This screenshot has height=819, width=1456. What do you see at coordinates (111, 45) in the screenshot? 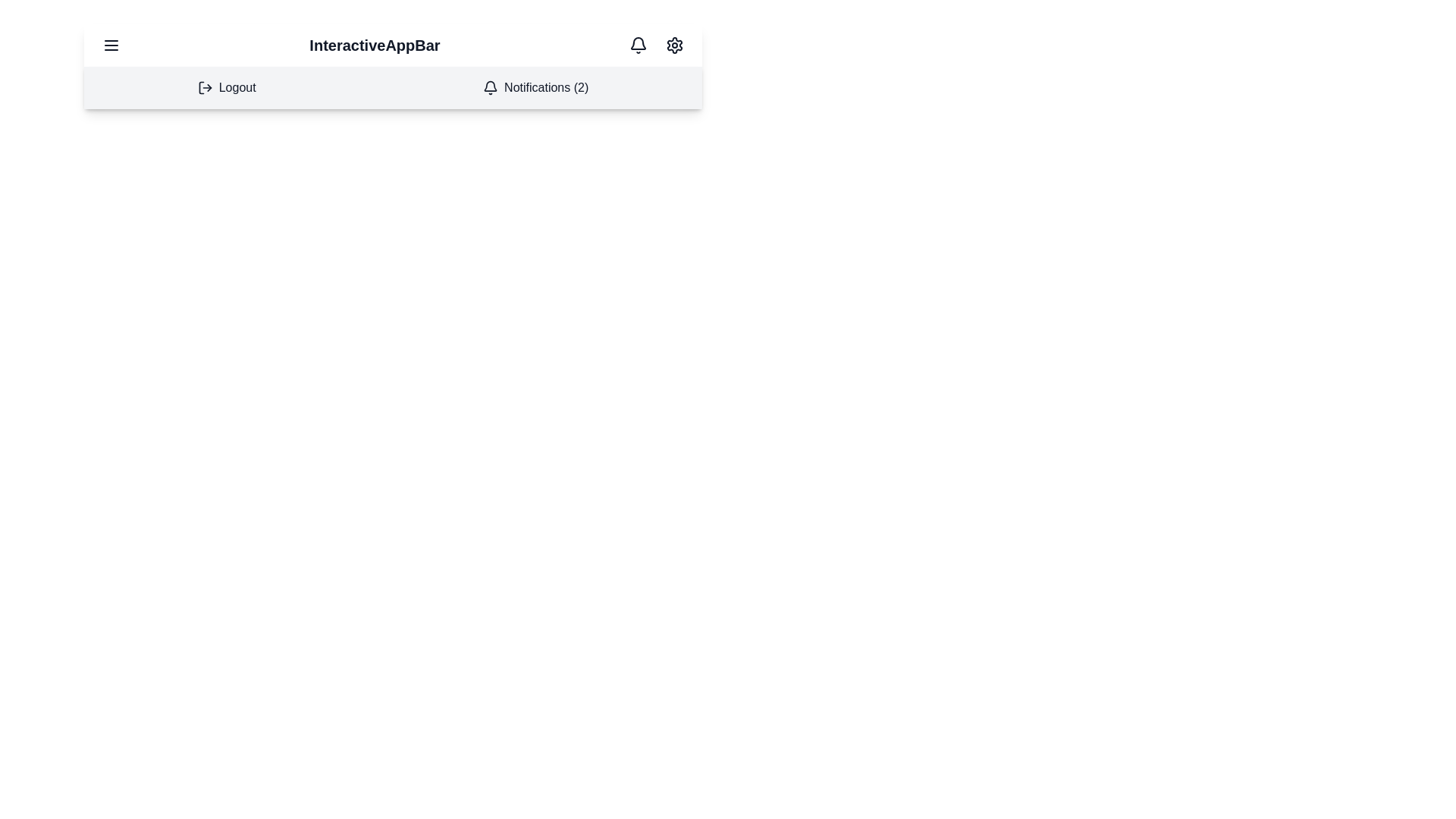
I see `the menu button to toggle the menu visibility` at bounding box center [111, 45].